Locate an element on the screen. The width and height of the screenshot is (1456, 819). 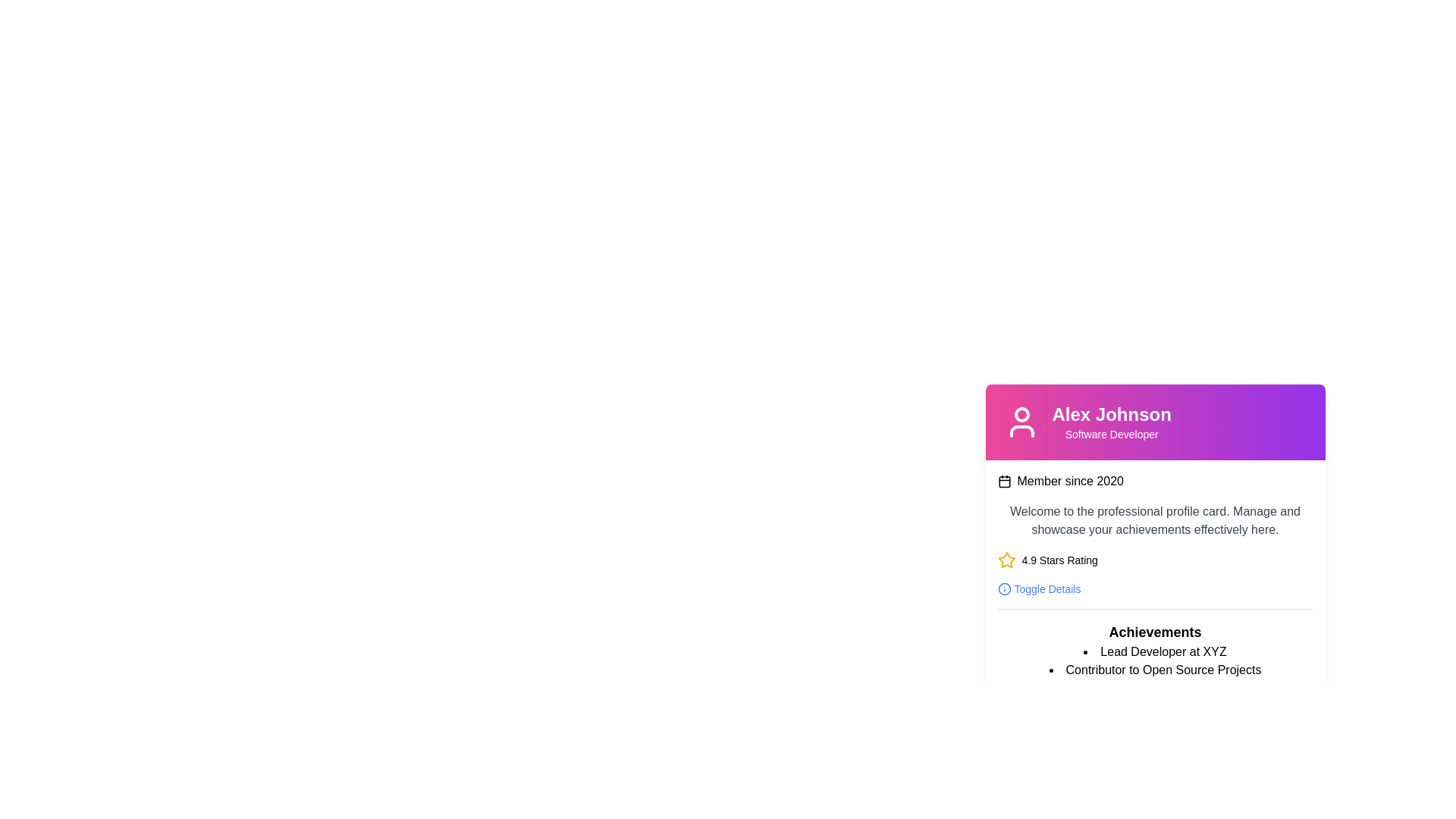
the gray text block containing the welcoming message about managing and showcasing achievements, which is centrally located within the profile card, positioned below the 'Member since 2020' text and above the '4.9 Stars Rating' component is located at coordinates (1154, 519).